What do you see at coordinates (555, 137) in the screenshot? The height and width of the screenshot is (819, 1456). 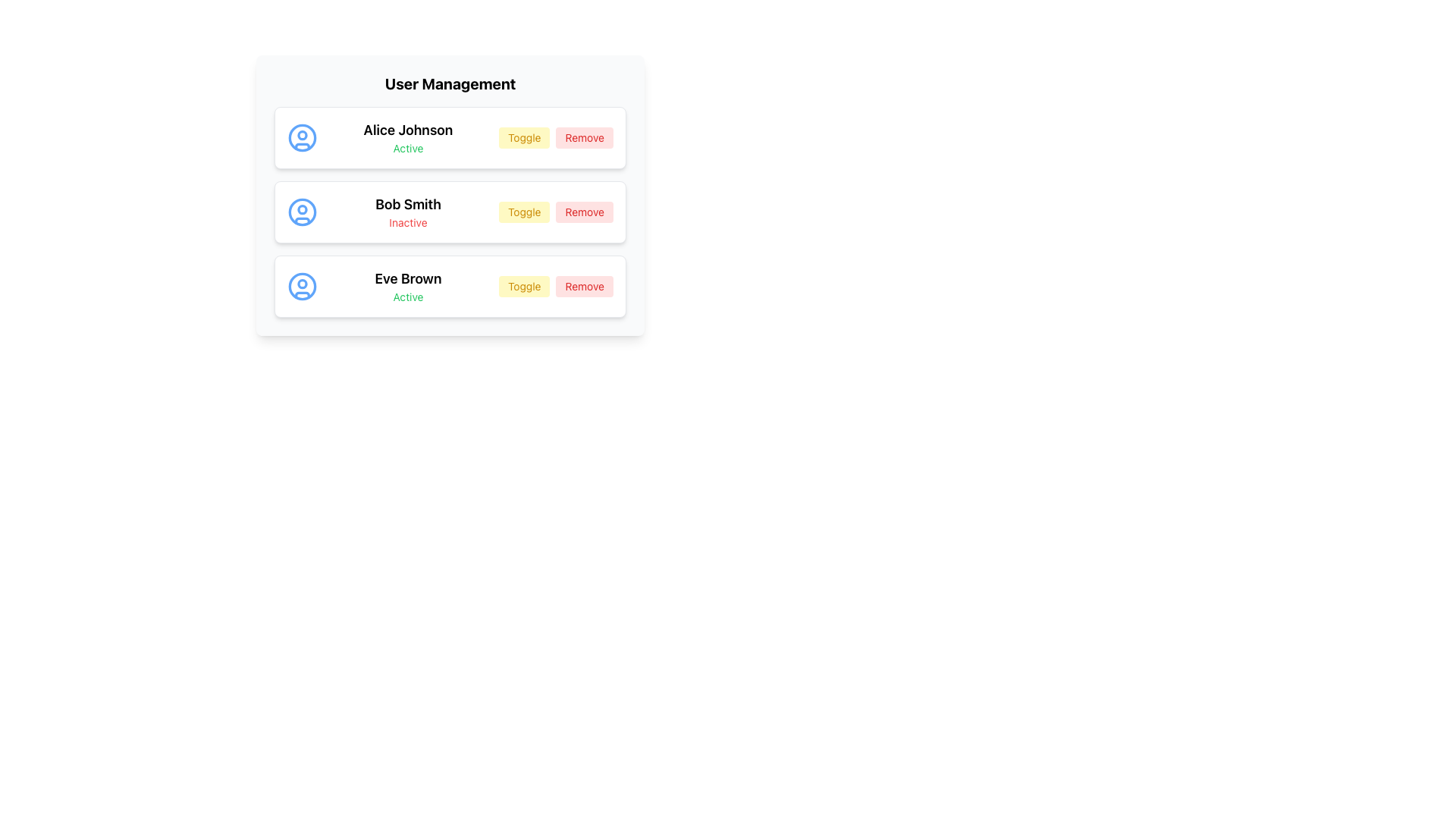 I see `the 'Toggle' button located in the top-right corner of the user card for 'Alice Johnson' to switch the state` at bounding box center [555, 137].